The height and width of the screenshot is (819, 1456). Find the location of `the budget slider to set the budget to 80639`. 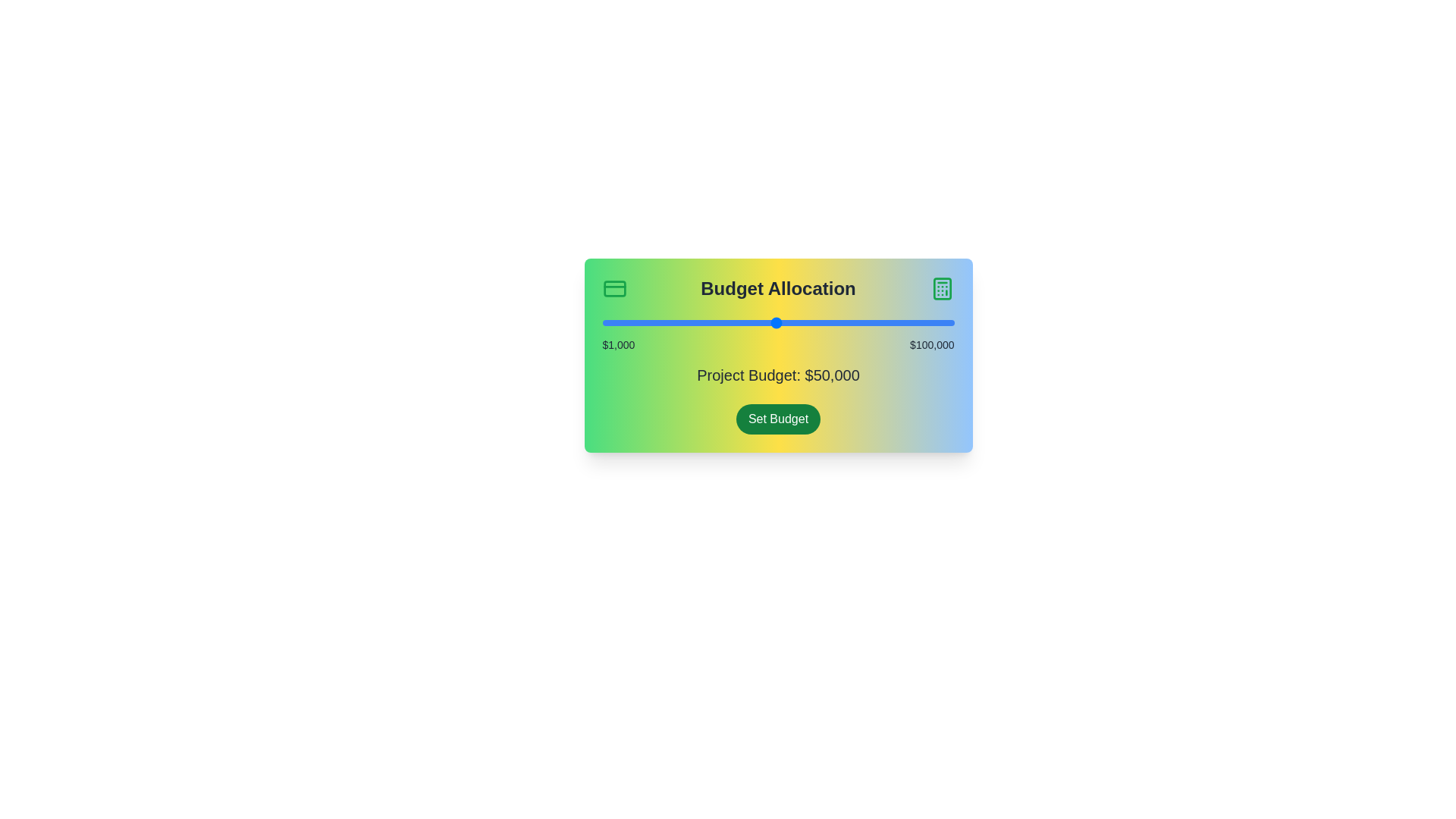

the budget slider to set the budget to 80639 is located at coordinates (885, 322).